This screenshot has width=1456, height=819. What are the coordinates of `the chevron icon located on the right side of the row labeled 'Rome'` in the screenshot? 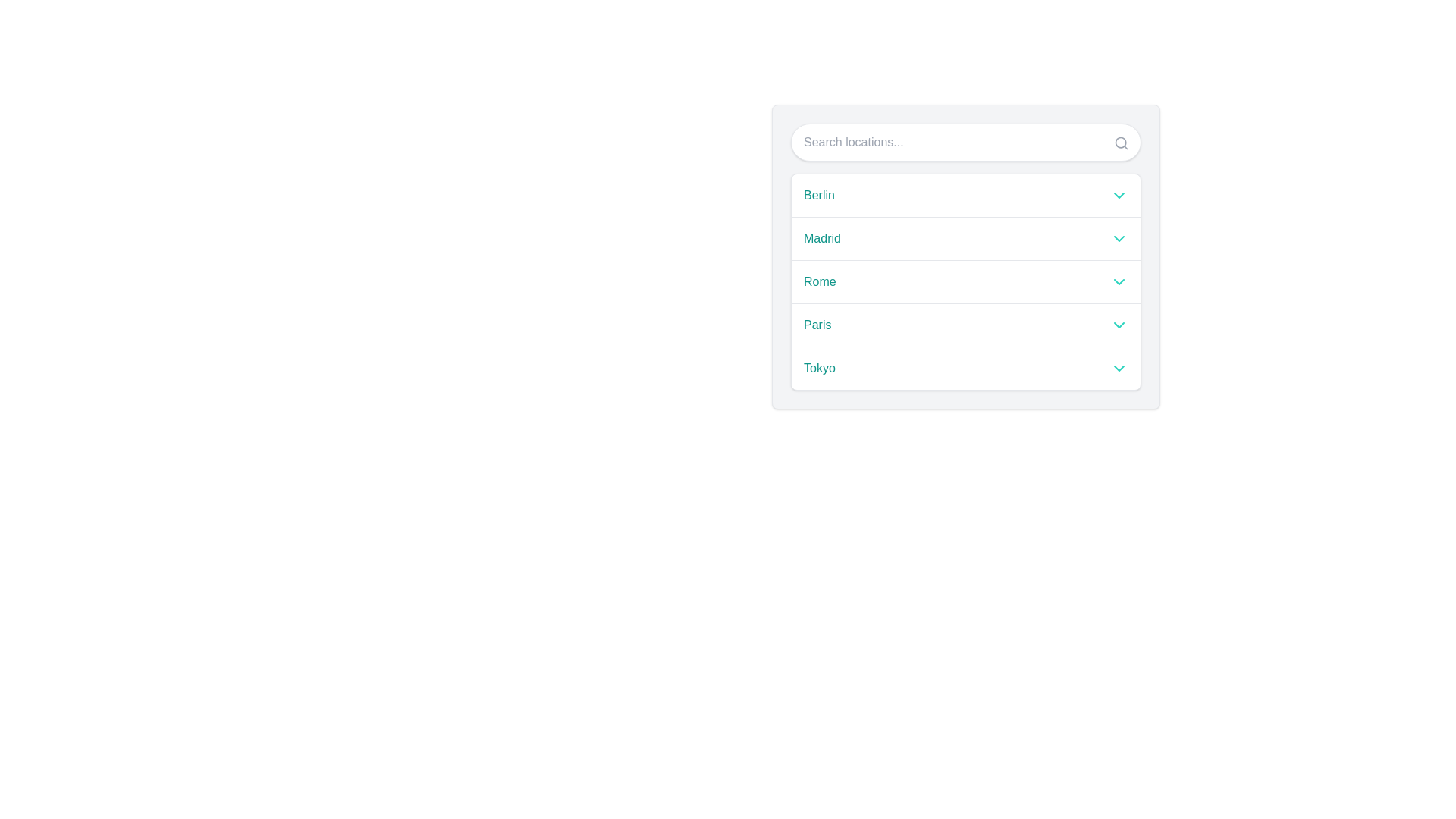 It's located at (1119, 281).